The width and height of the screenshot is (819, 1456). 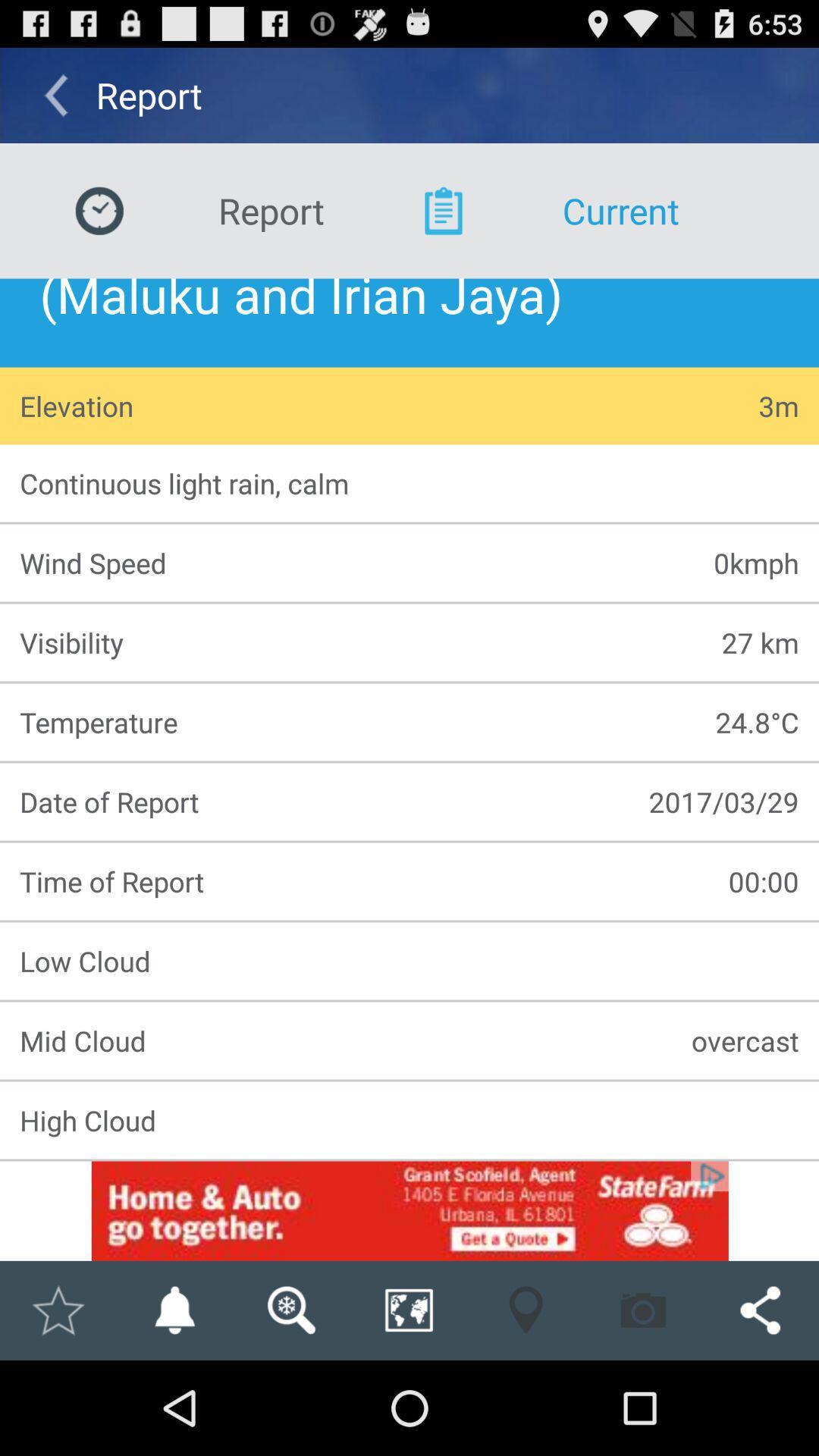 What do you see at coordinates (174, 1310) in the screenshot?
I see `notifications menu` at bounding box center [174, 1310].